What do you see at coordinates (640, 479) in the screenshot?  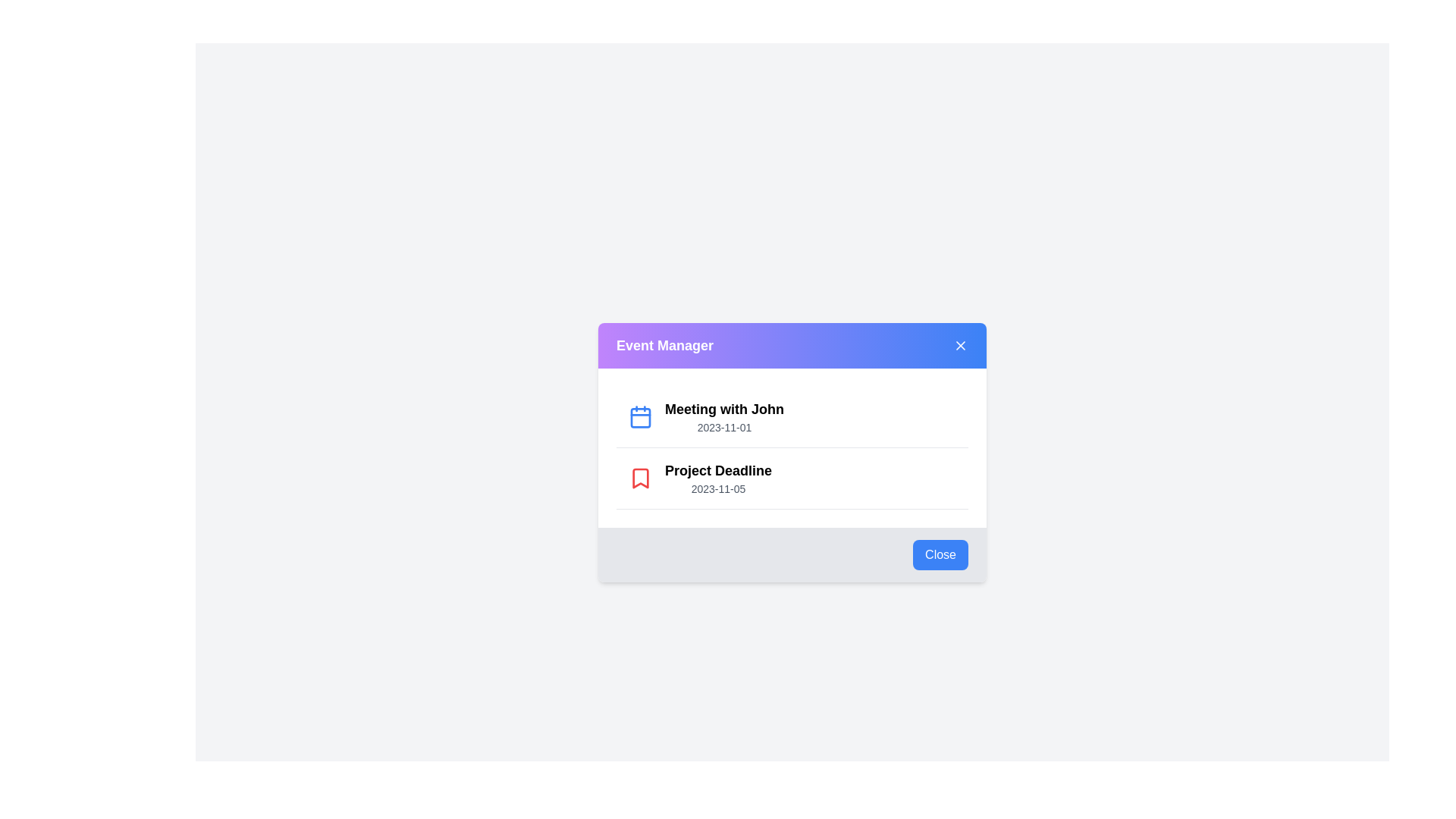 I see `the bookmark icon next to the event` at bounding box center [640, 479].